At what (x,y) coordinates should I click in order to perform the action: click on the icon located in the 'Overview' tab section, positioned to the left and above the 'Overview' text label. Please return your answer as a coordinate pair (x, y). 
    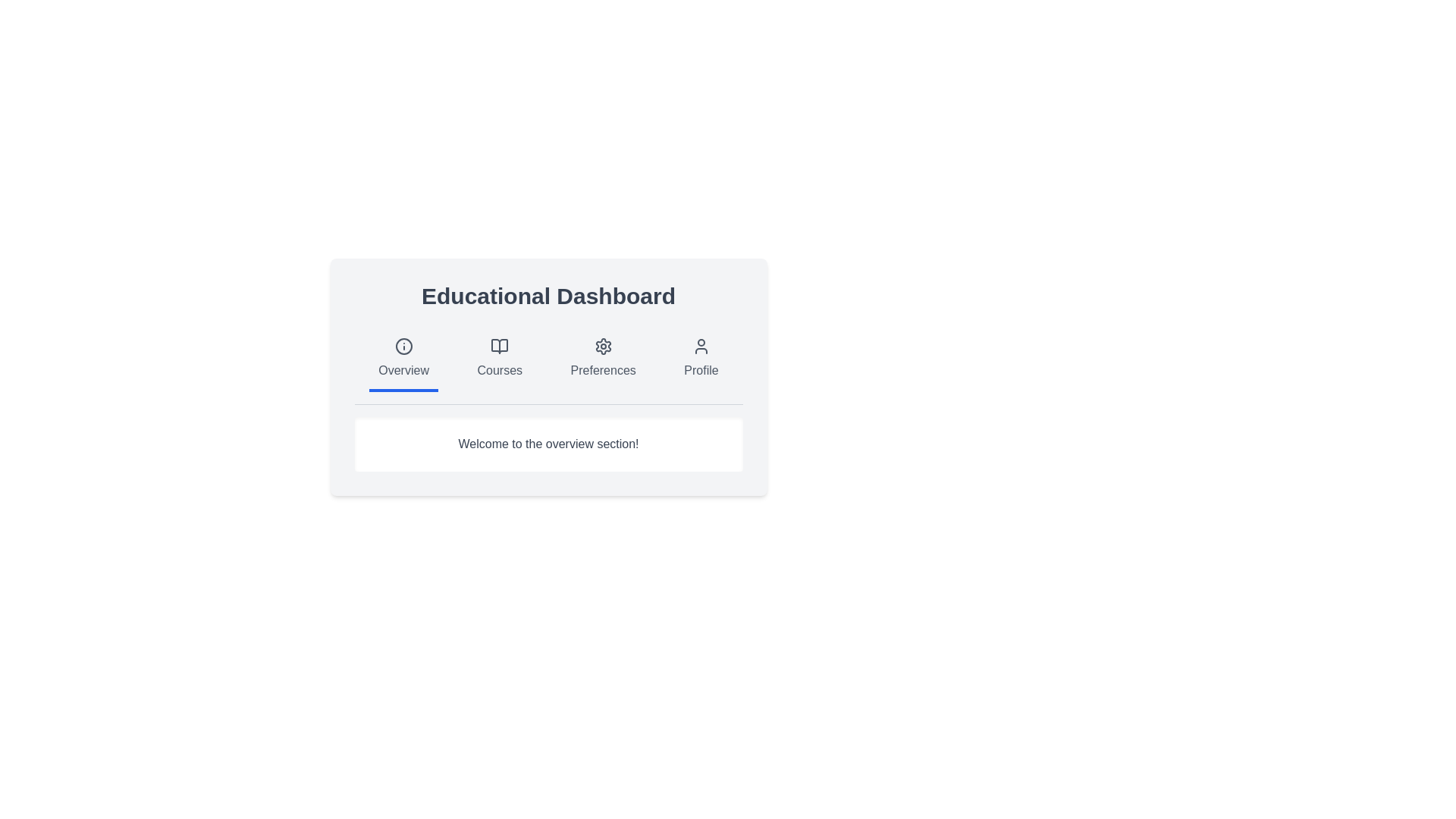
    Looking at the image, I should click on (403, 346).